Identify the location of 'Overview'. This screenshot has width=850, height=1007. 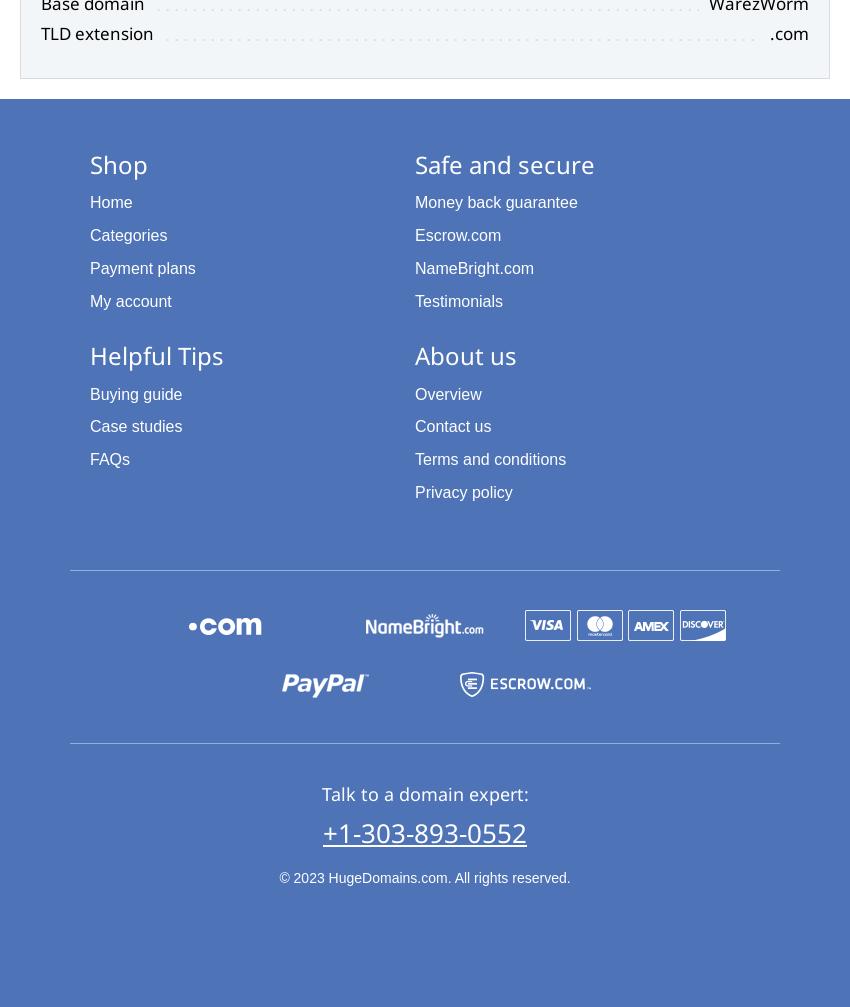
(447, 393).